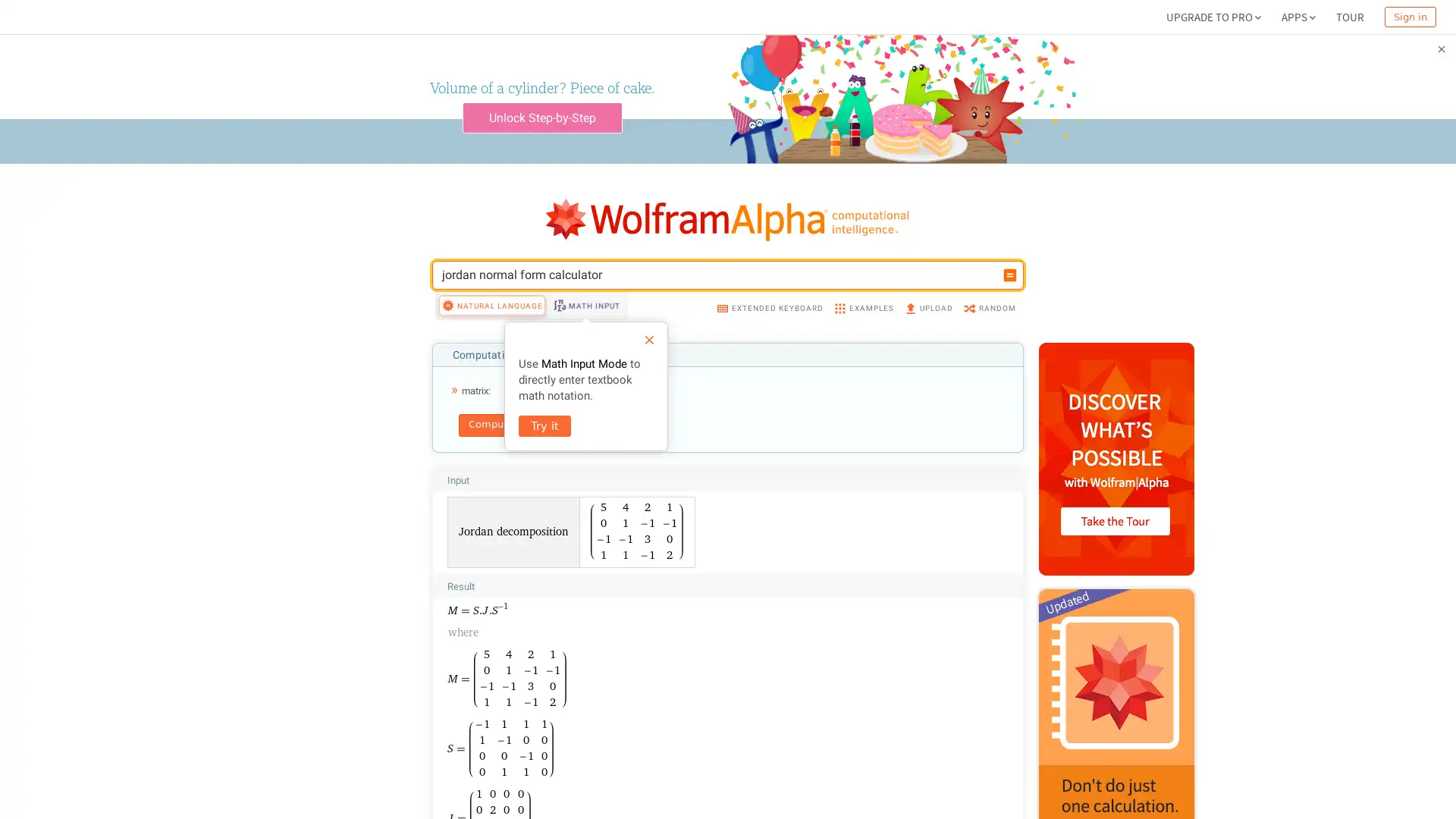 This screenshot has width=1456, height=819. I want to click on Try it, so click(544, 426).